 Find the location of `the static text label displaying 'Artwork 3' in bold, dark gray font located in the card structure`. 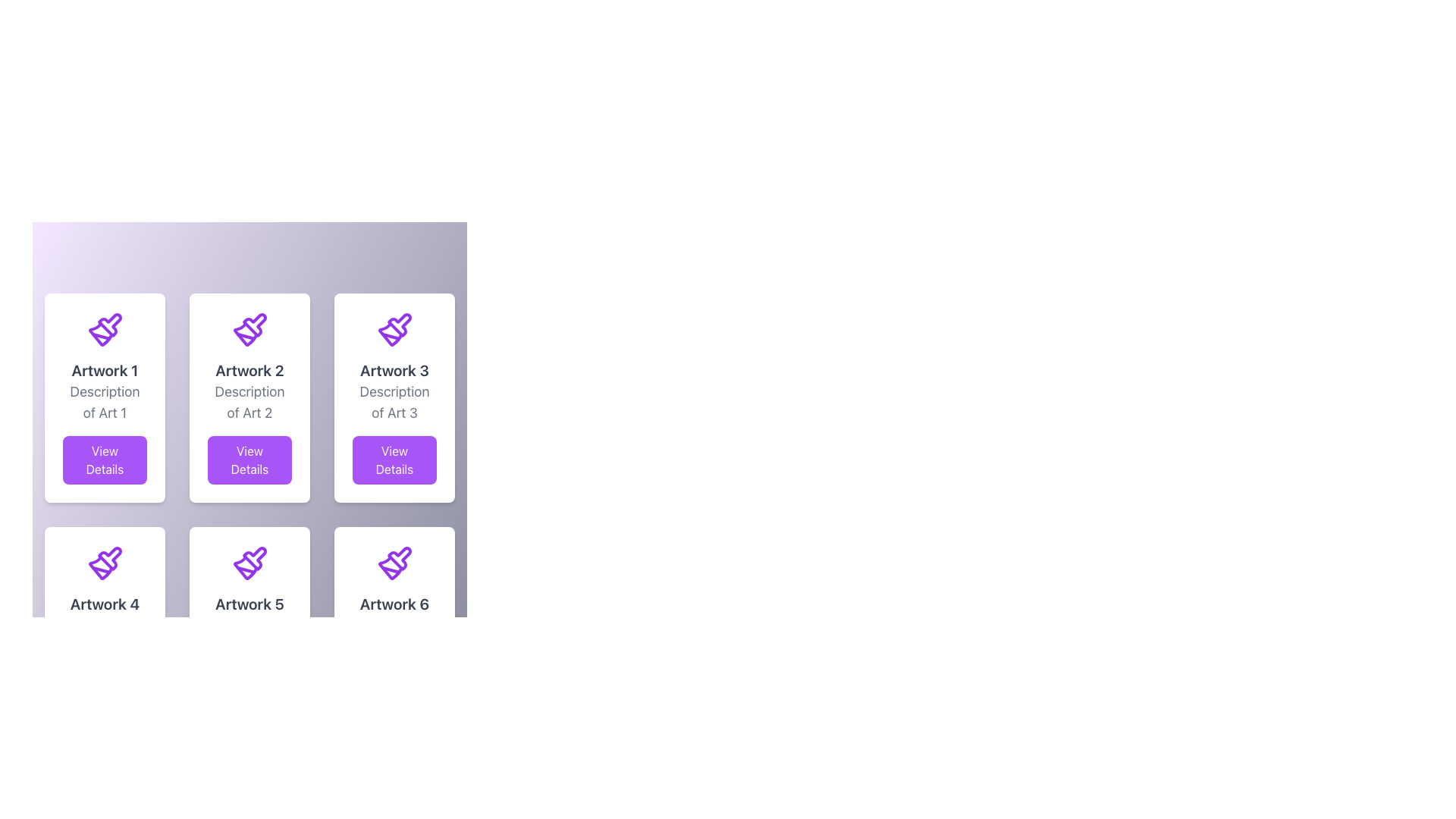

the static text label displaying 'Artwork 3' in bold, dark gray font located in the card structure is located at coordinates (394, 371).